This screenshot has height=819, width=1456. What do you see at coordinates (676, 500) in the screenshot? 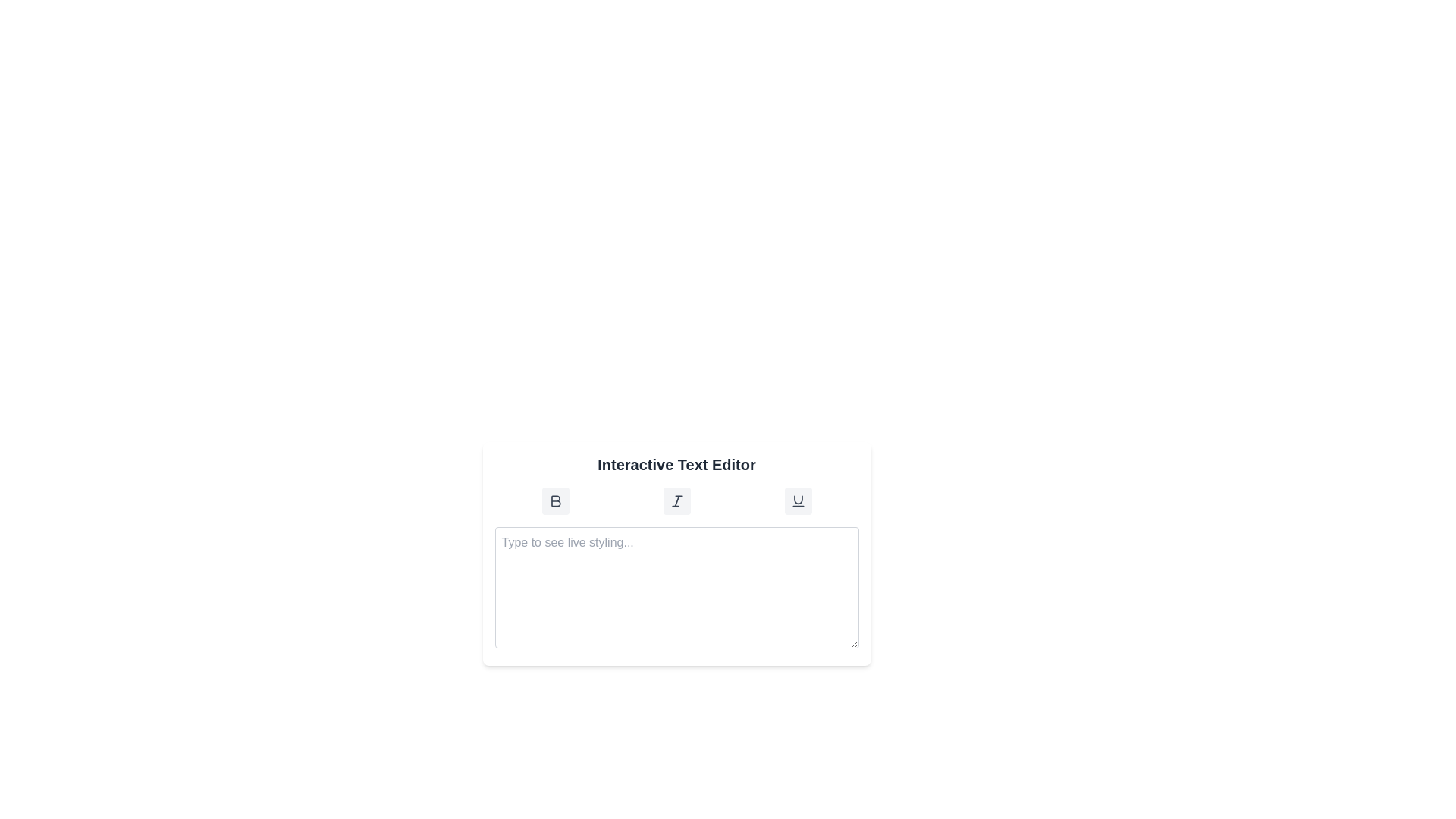
I see `the italic formatting button located between the bold 'B' icon and the underline 'U' icon` at bounding box center [676, 500].